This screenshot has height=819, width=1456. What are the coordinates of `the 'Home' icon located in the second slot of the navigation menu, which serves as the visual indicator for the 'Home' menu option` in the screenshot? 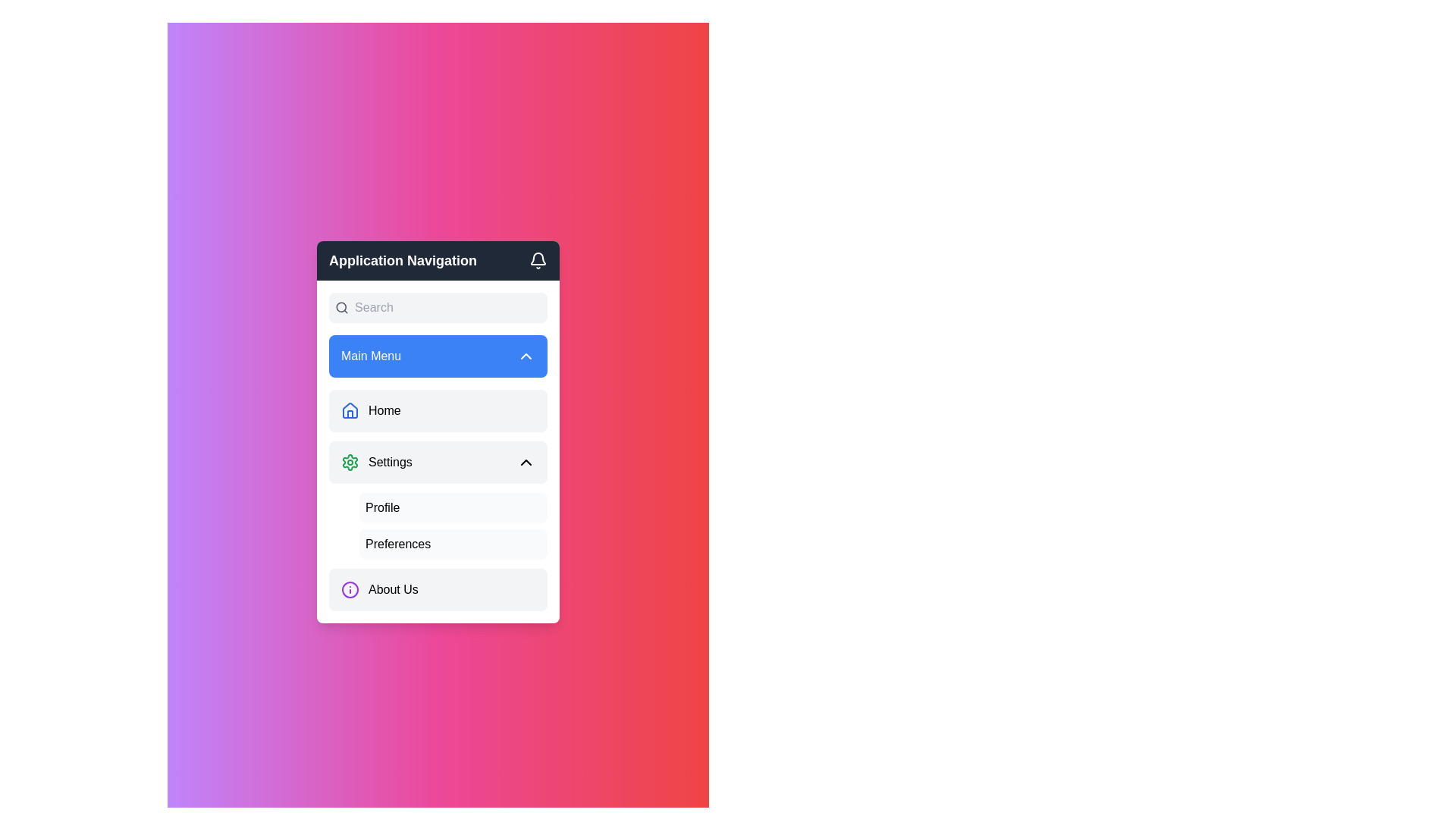 It's located at (349, 409).